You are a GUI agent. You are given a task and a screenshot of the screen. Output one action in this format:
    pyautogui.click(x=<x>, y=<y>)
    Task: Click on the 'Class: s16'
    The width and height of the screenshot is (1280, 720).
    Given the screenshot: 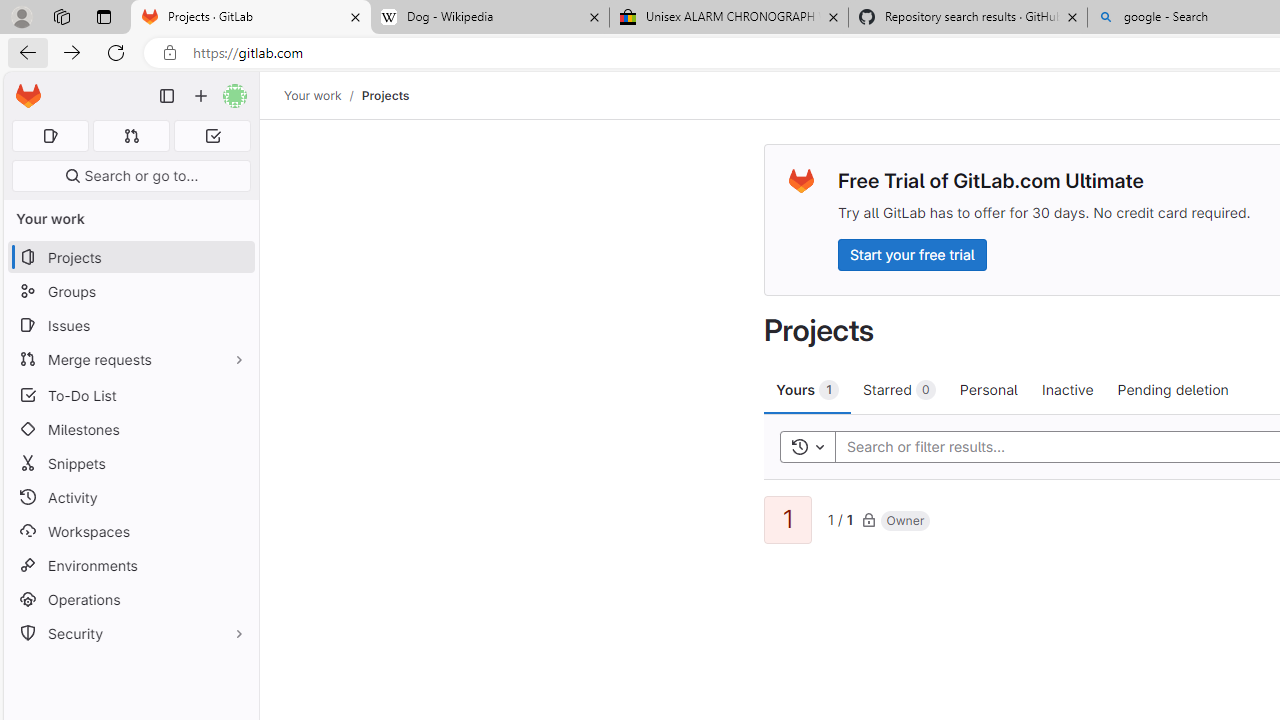 What is the action you would take?
    pyautogui.click(x=868, y=518)
    